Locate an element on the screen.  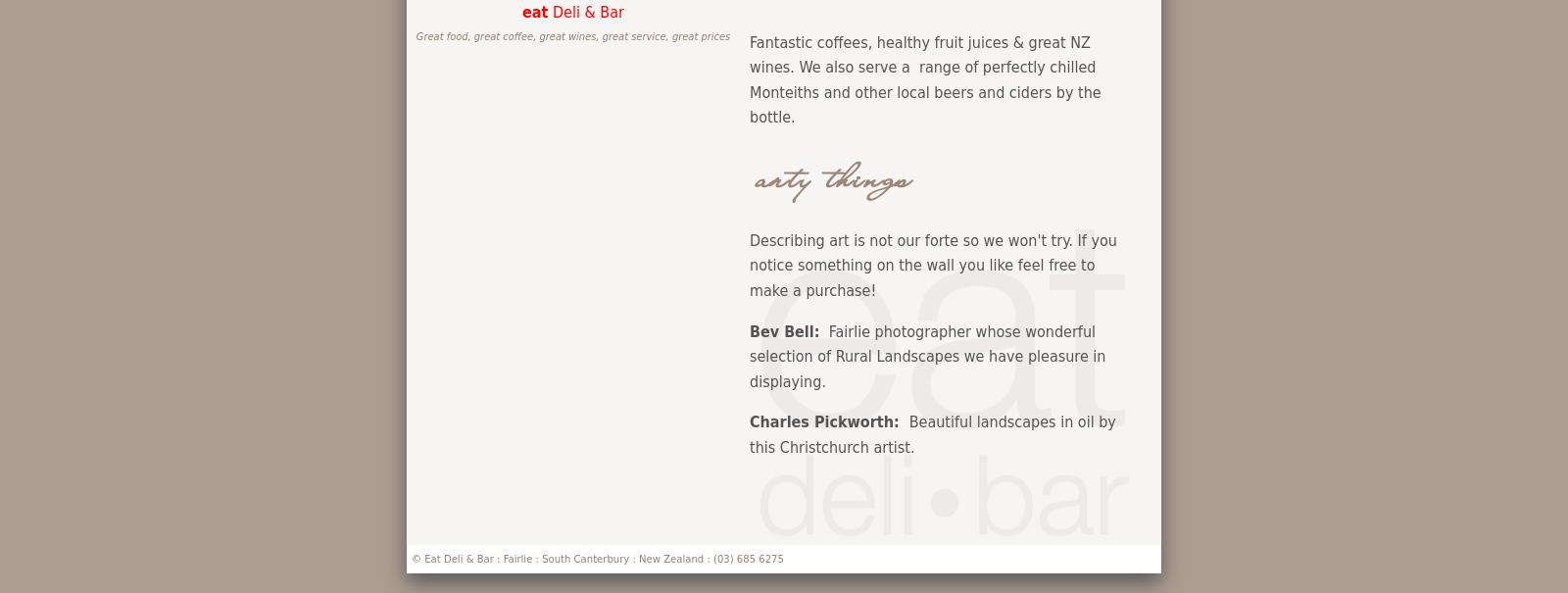
'Fantastic coffees, healthy fruit juices & great NZ wines. We also serve a  range of perfectly chilled Monteiths and other local beers and ciders by the bottle.' is located at coordinates (924, 79).